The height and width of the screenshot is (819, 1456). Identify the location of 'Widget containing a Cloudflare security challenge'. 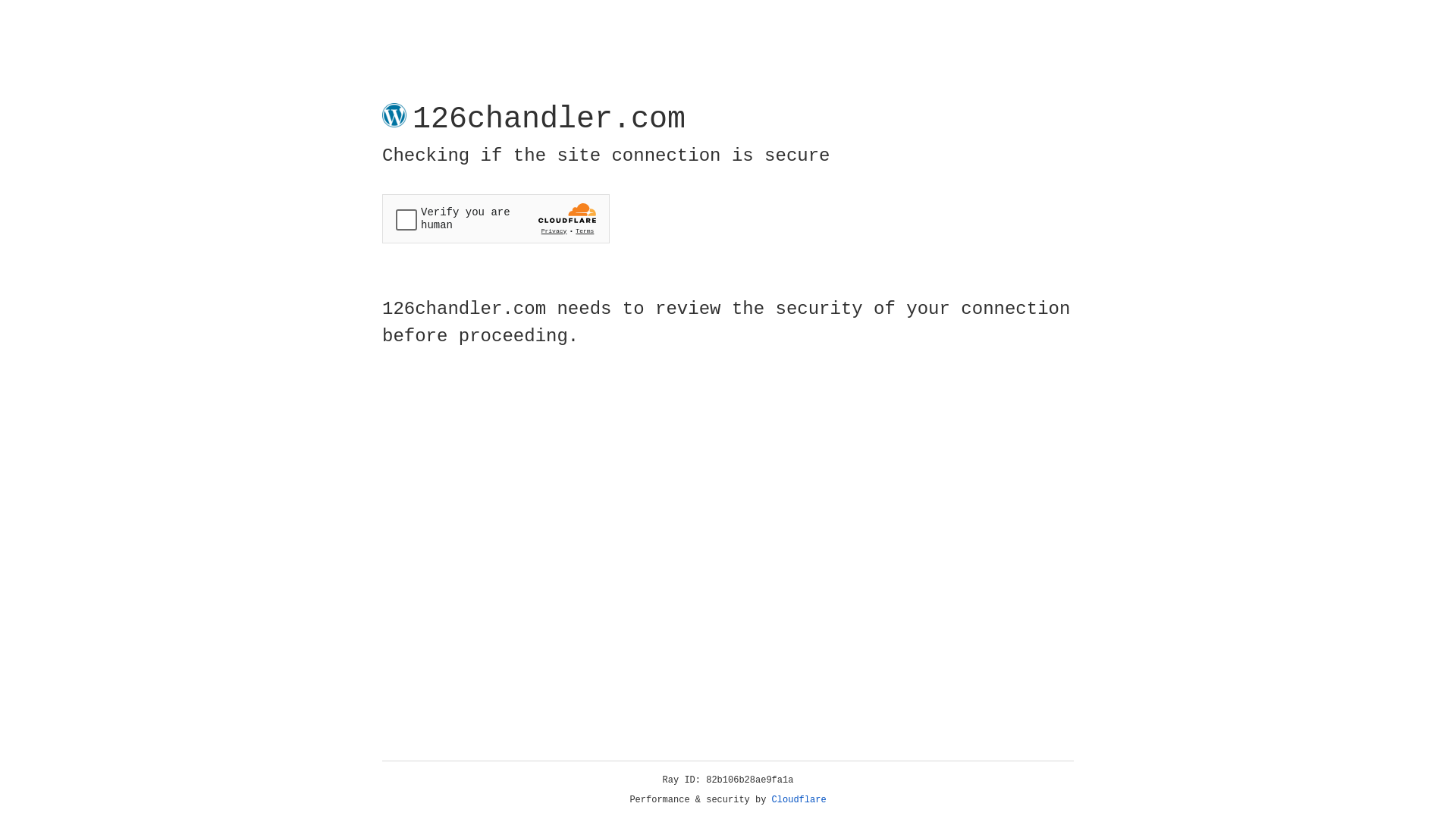
(495, 218).